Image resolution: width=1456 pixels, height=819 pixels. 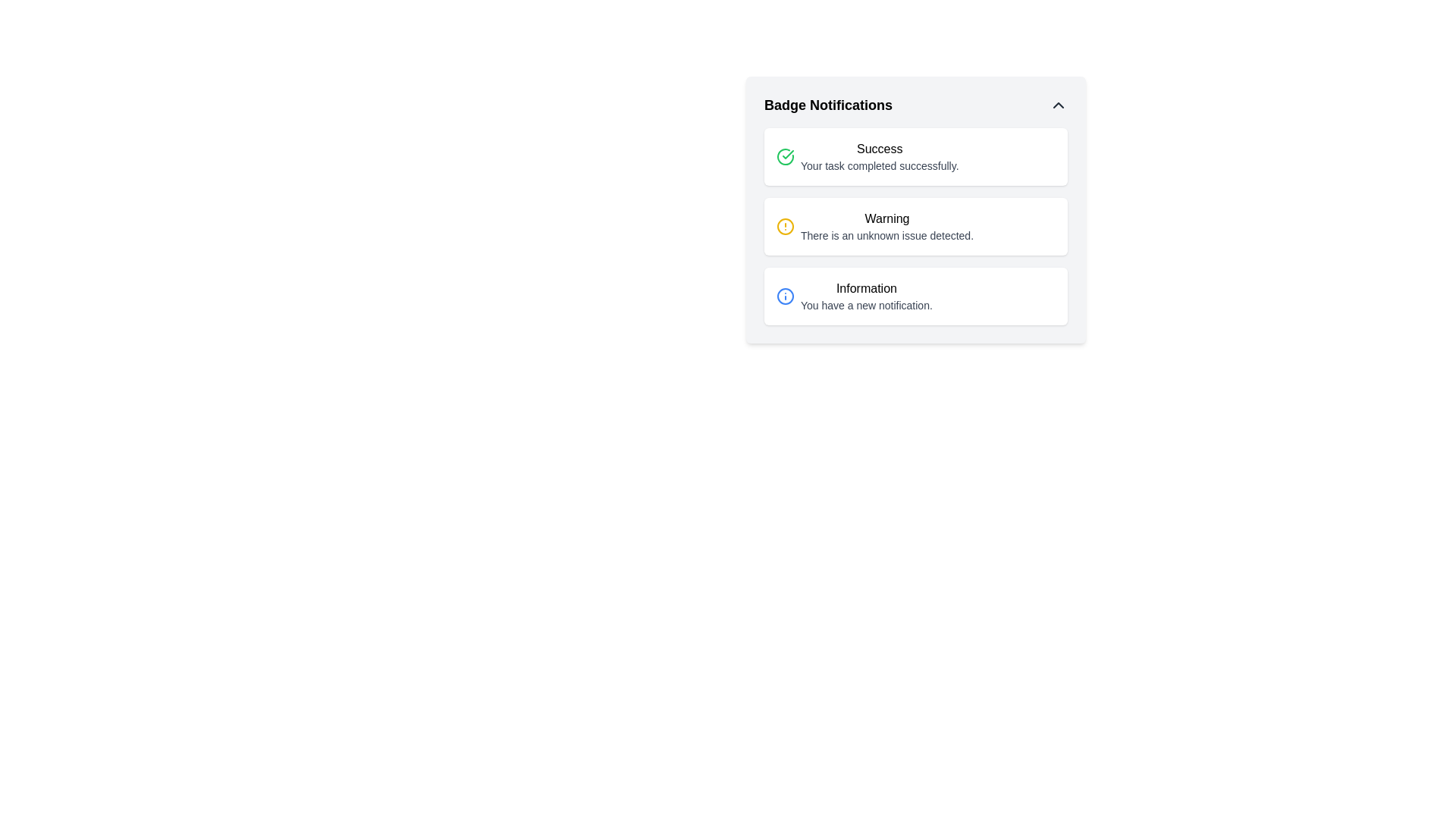 I want to click on the warning displayed in the bold 'Warning' text within the second notification card located centrally in the interface, so click(x=887, y=227).